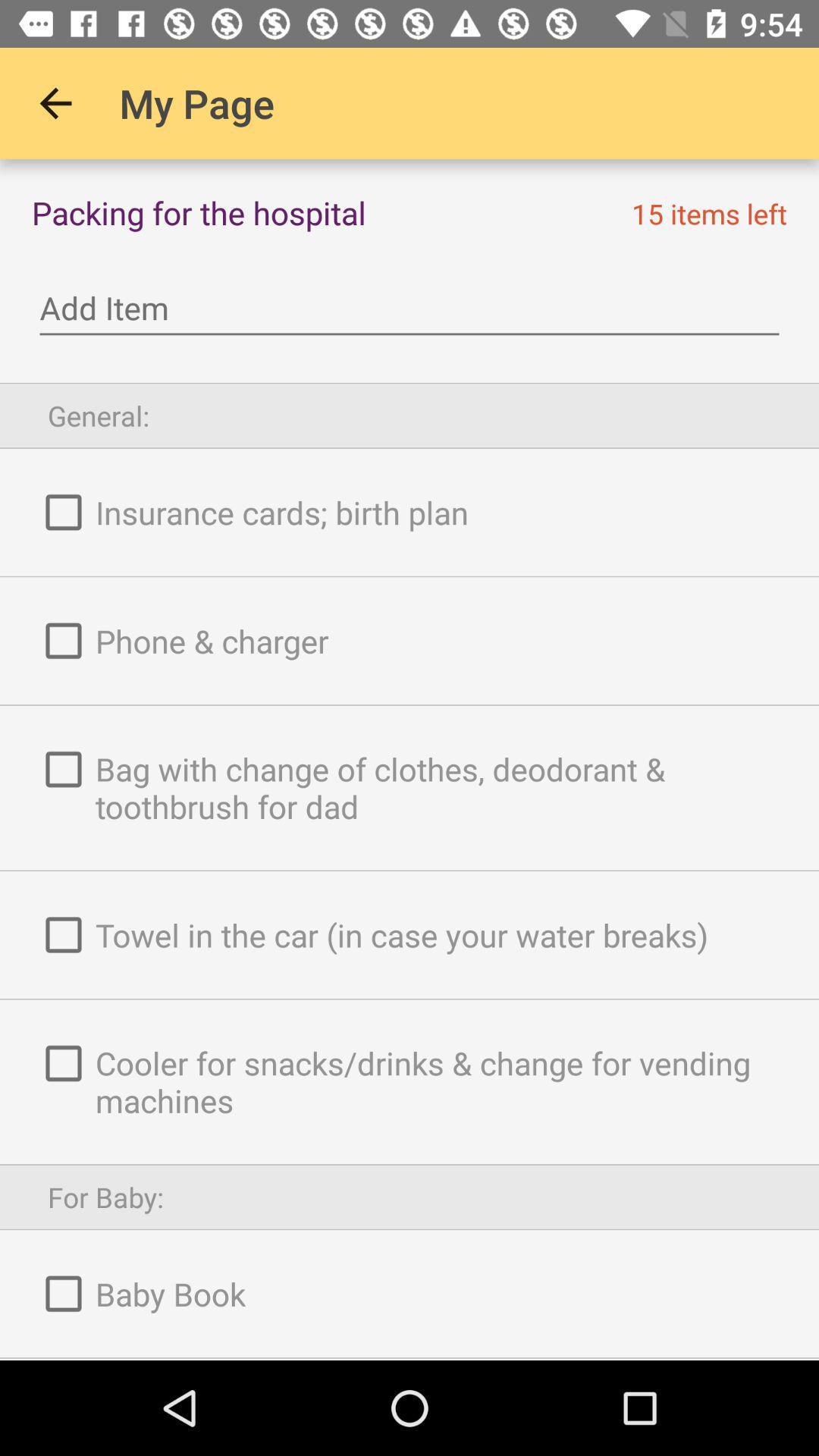  Describe the element at coordinates (409, 307) in the screenshot. I see `icon below the packing for the icon` at that location.